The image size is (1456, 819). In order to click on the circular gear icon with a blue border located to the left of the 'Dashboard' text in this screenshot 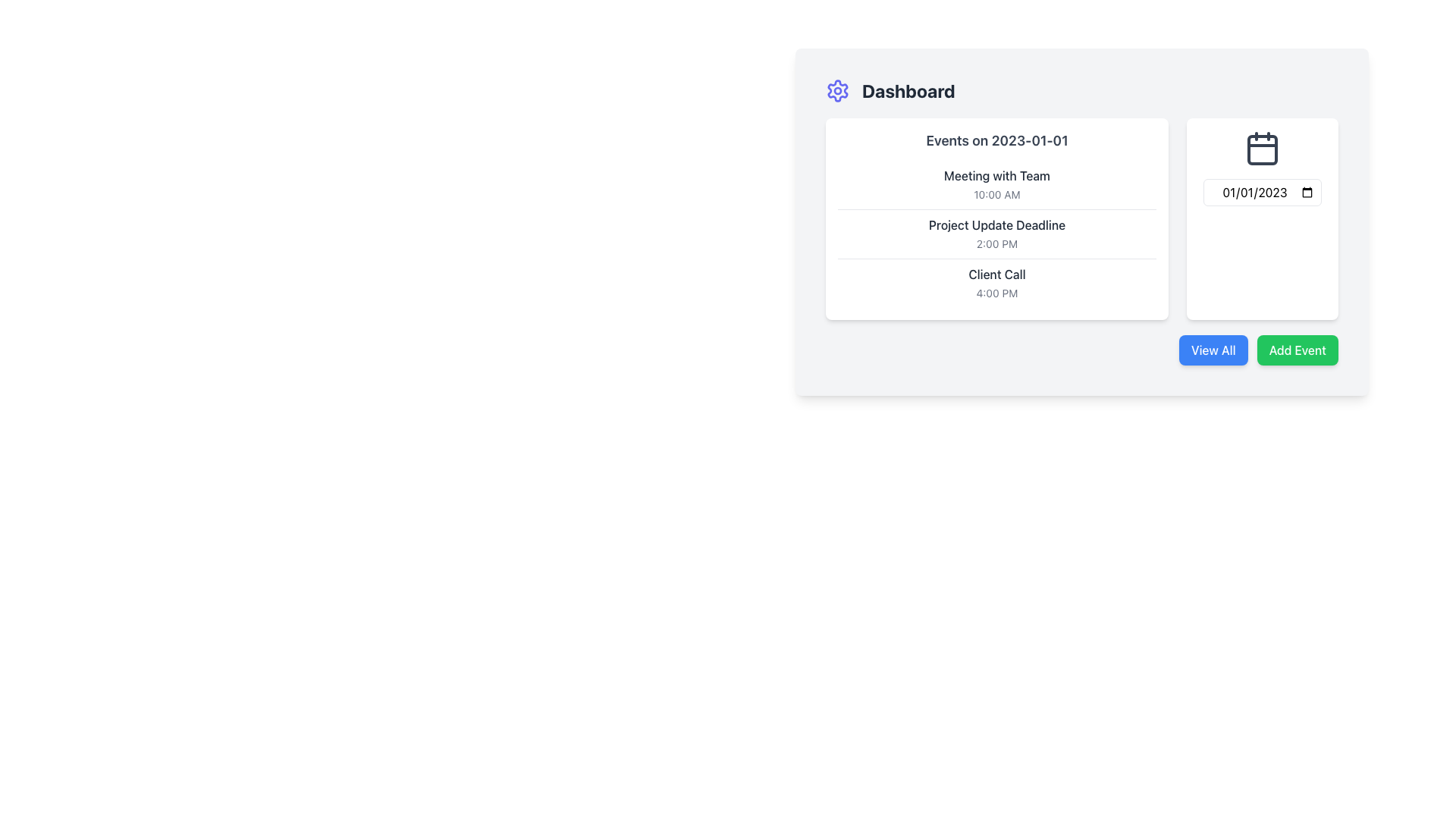, I will do `click(836, 90)`.